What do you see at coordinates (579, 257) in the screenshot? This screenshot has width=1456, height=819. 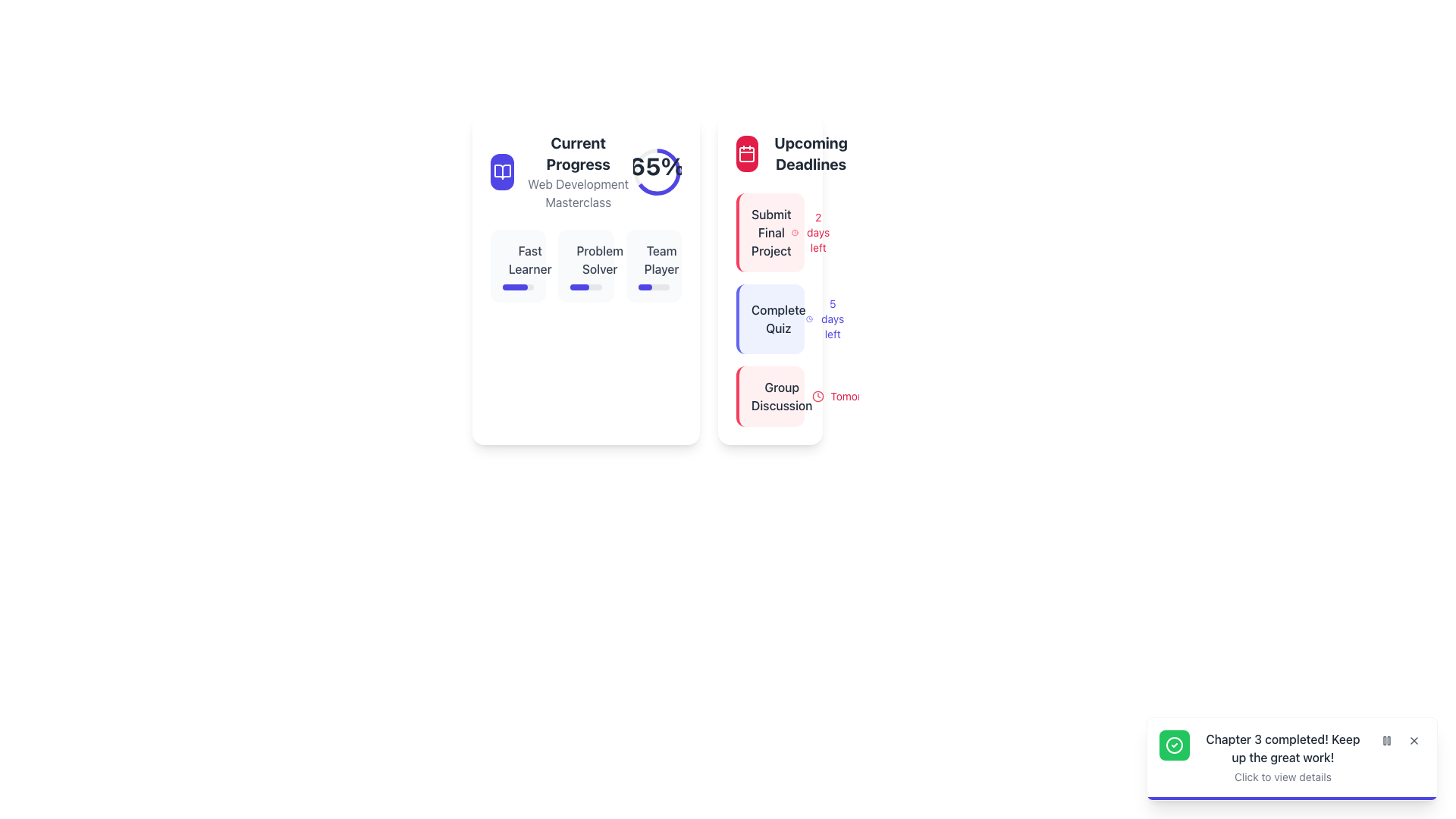 I see `the circular graphical component within the SVG representation located in the 'Current Progress' section under the 'Problem Solver' label` at bounding box center [579, 257].